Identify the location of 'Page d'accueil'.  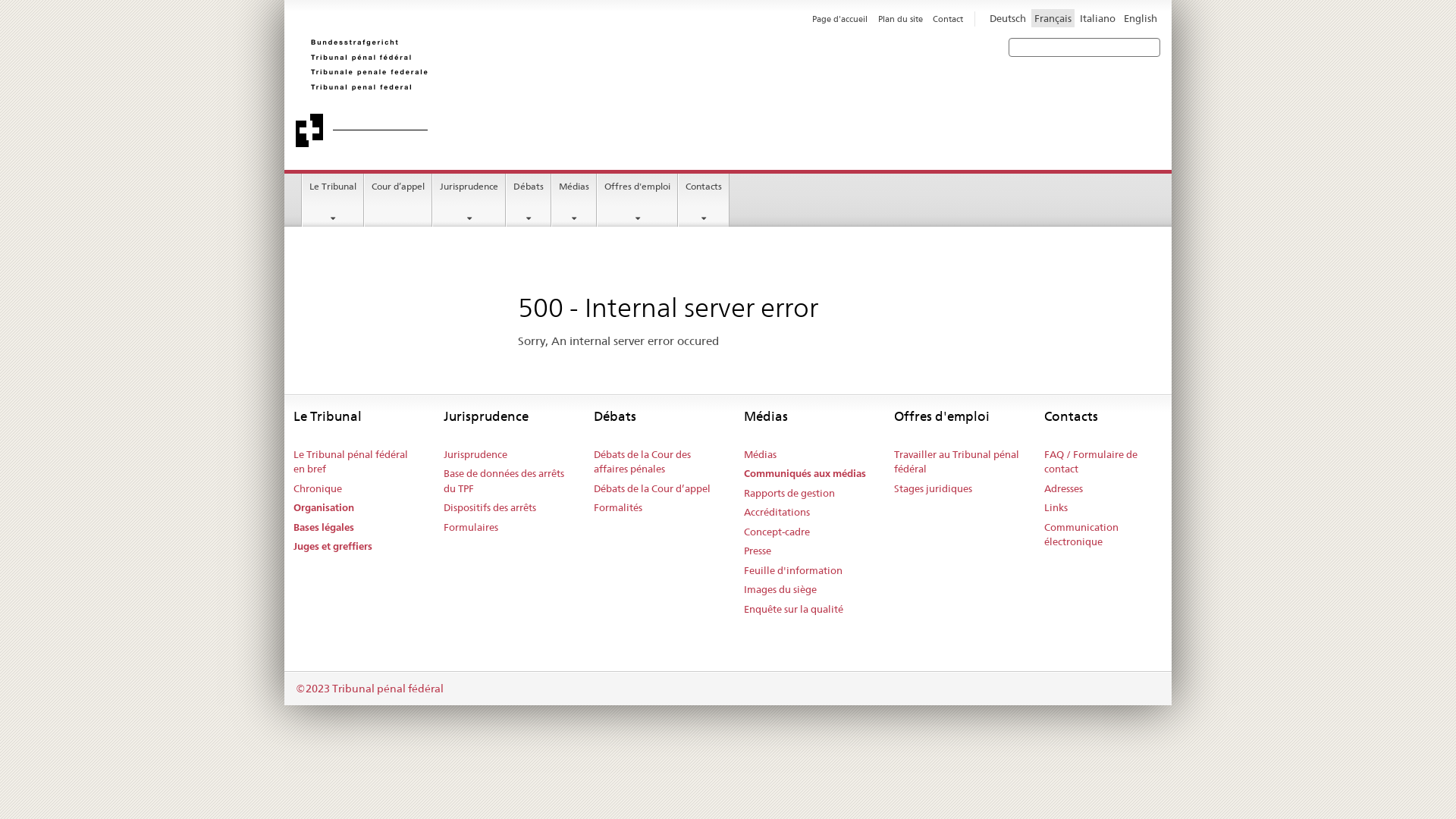
(839, 18).